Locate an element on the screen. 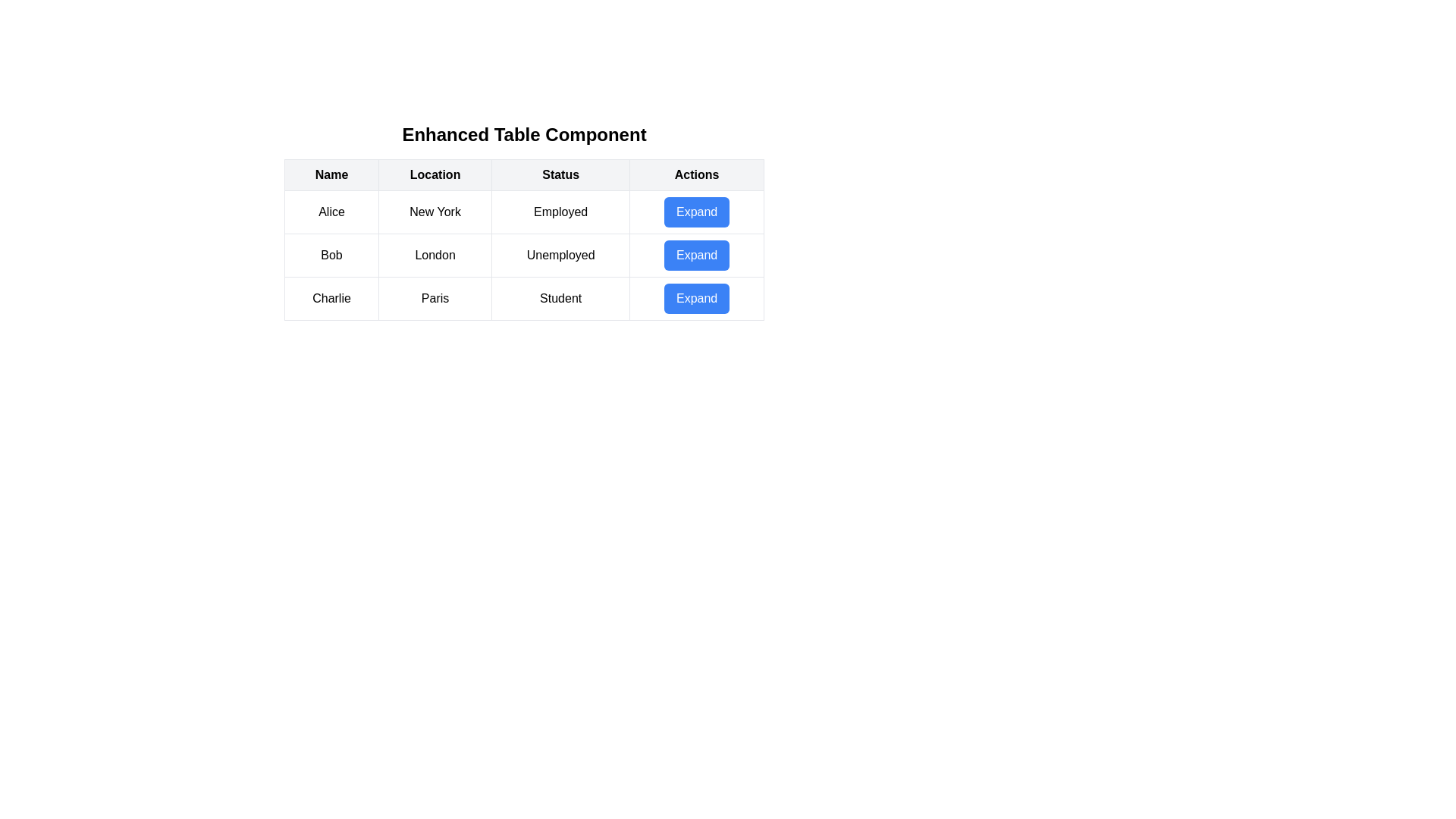 The width and height of the screenshot is (1456, 819). the static text label displaying the status of Charlie in the 'Status' column of the table is located at coordinates (560, 298).